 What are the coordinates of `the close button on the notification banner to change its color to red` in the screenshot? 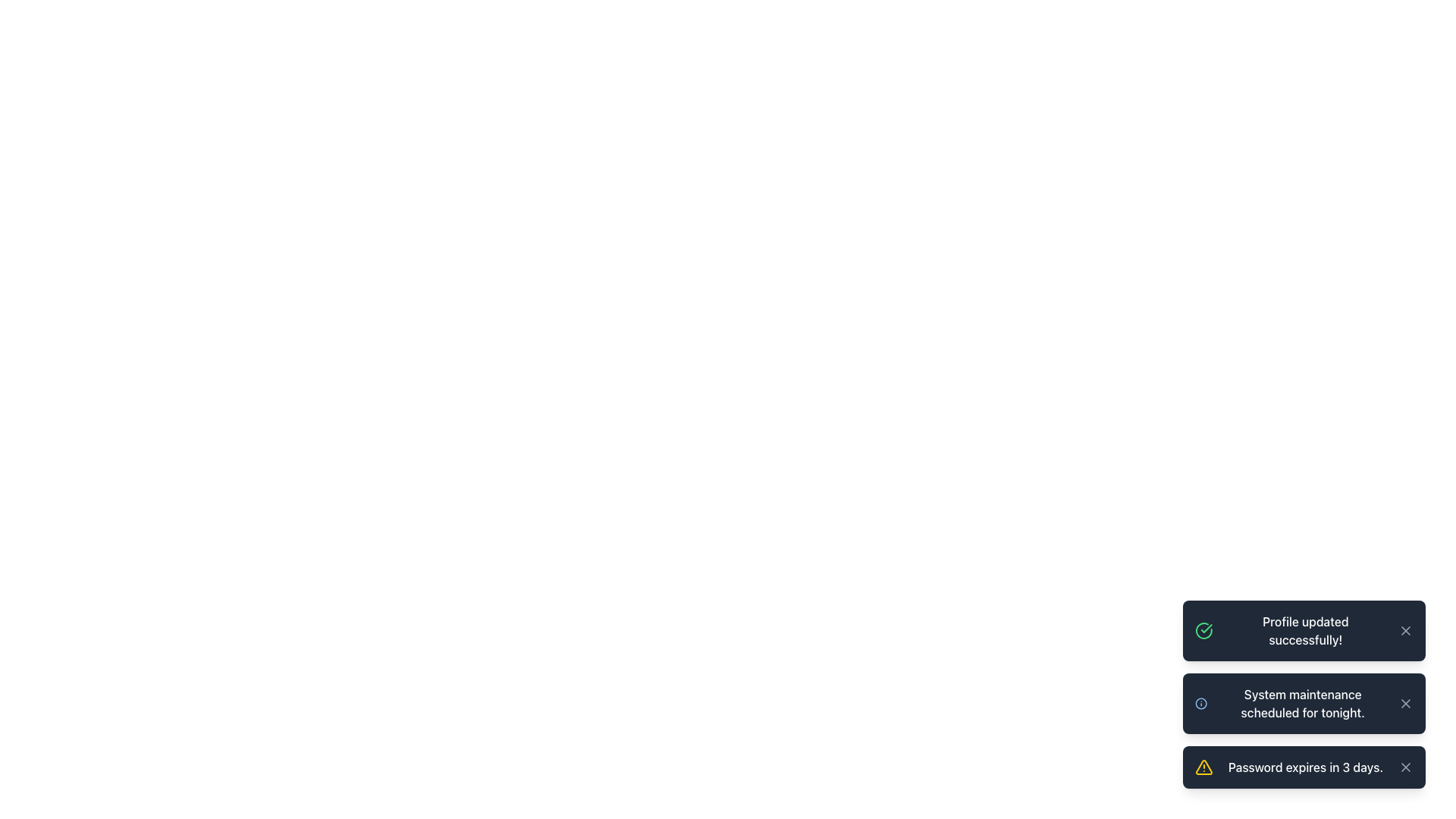 It's located at (1404, 767).